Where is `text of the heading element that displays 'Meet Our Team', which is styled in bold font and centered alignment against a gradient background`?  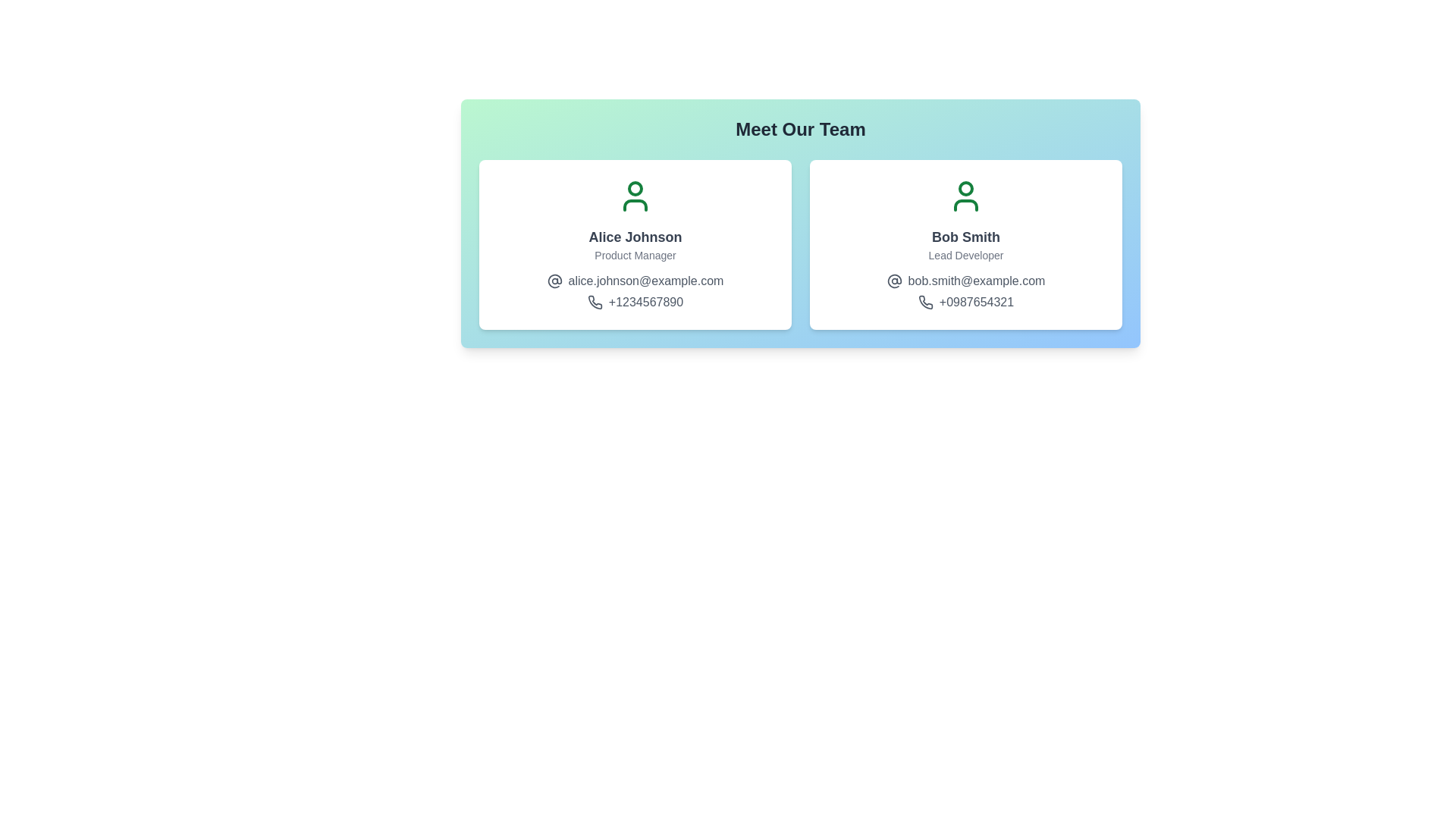
text of the heading element that displays 'Meet Our Team', which is styled in bold font and centered alignment against a gradient background is located at coordinates (800, 128).